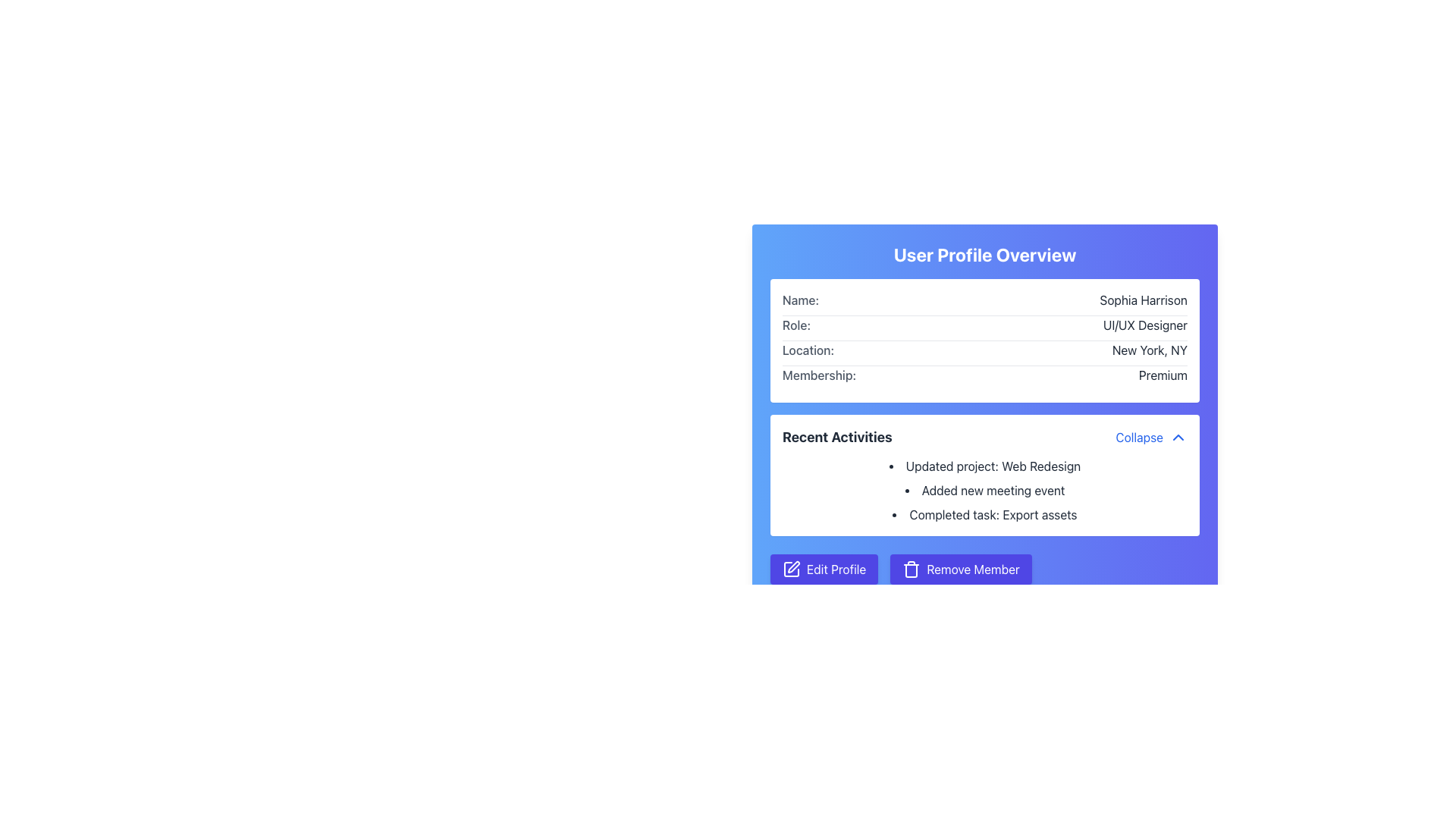 This screenshot has width=1456, height=819. I want to click on the text label that displays 'Membership:' styled in medium-sized gray font, located in a detail table and aligned with 'Name:' and 'Role:', positioned immediately to the left of 'Premium', so click(818, 375).